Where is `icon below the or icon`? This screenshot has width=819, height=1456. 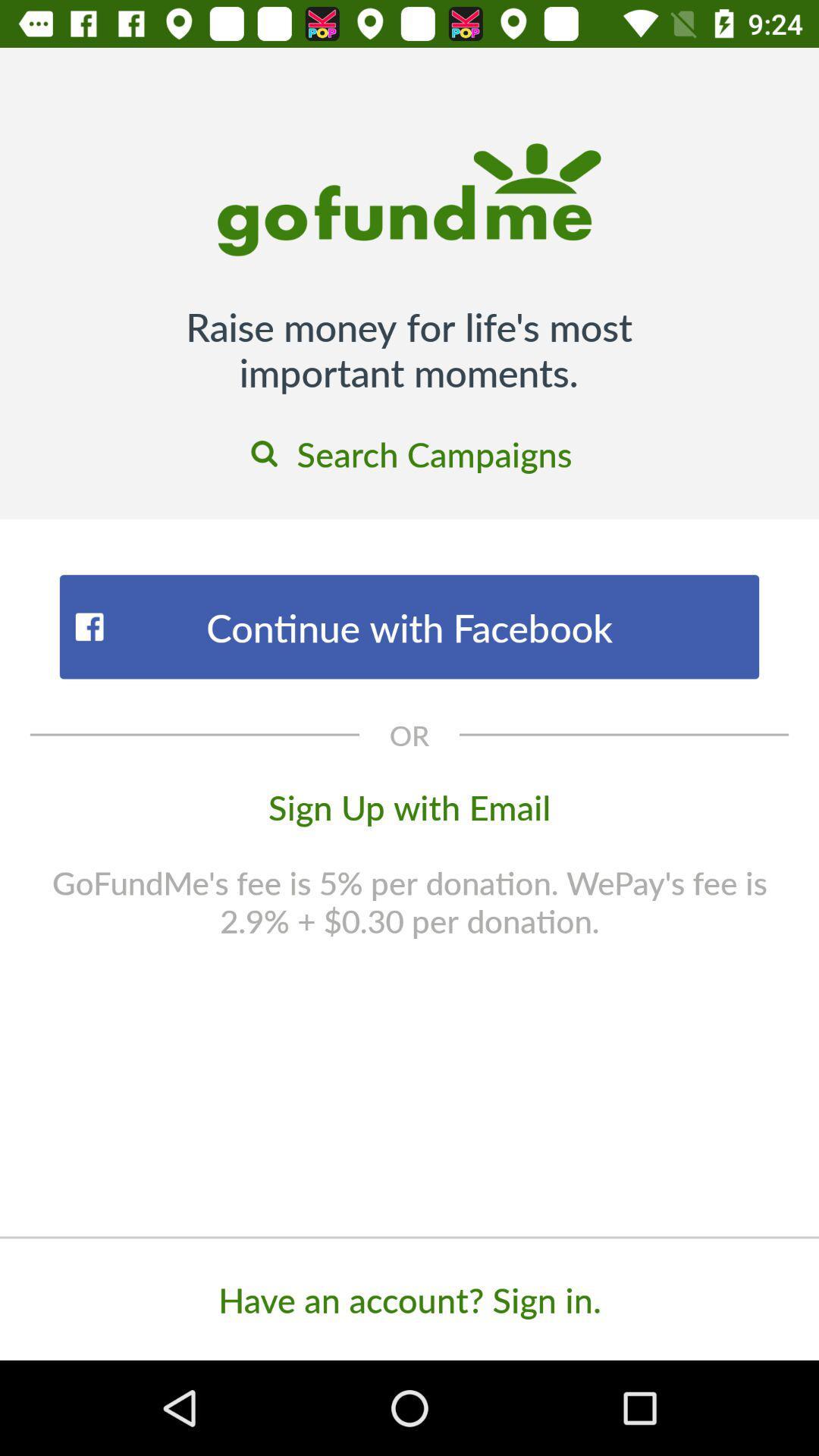 icon below the or icon is located at coordinates (409, 805).